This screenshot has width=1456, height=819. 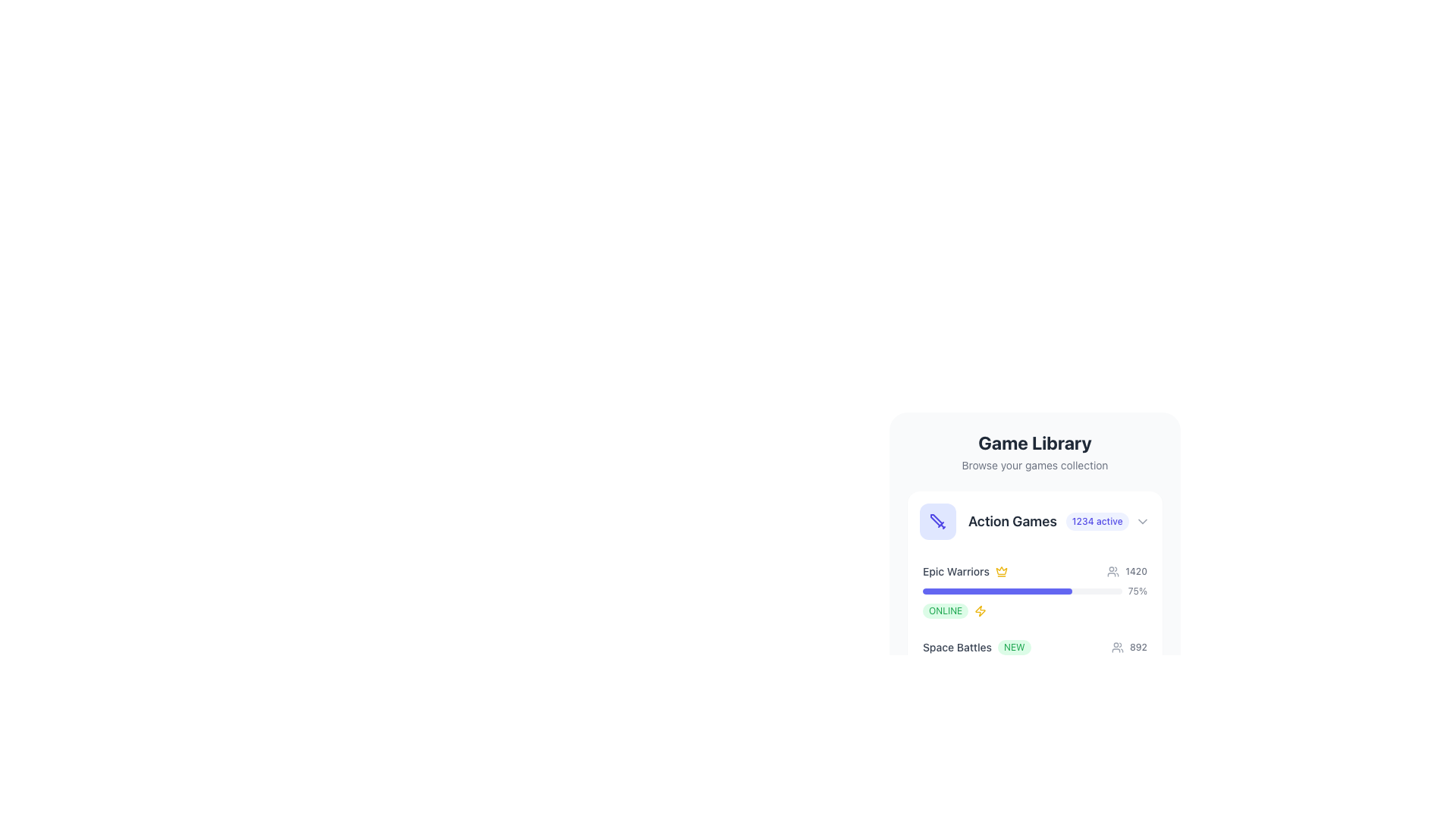 I want to click on the sword icon located at the top left corner of the 'Action Games' card in the 'Game Library' section, which symbolizes the action aspect of the category, so click(x=937, y=520).